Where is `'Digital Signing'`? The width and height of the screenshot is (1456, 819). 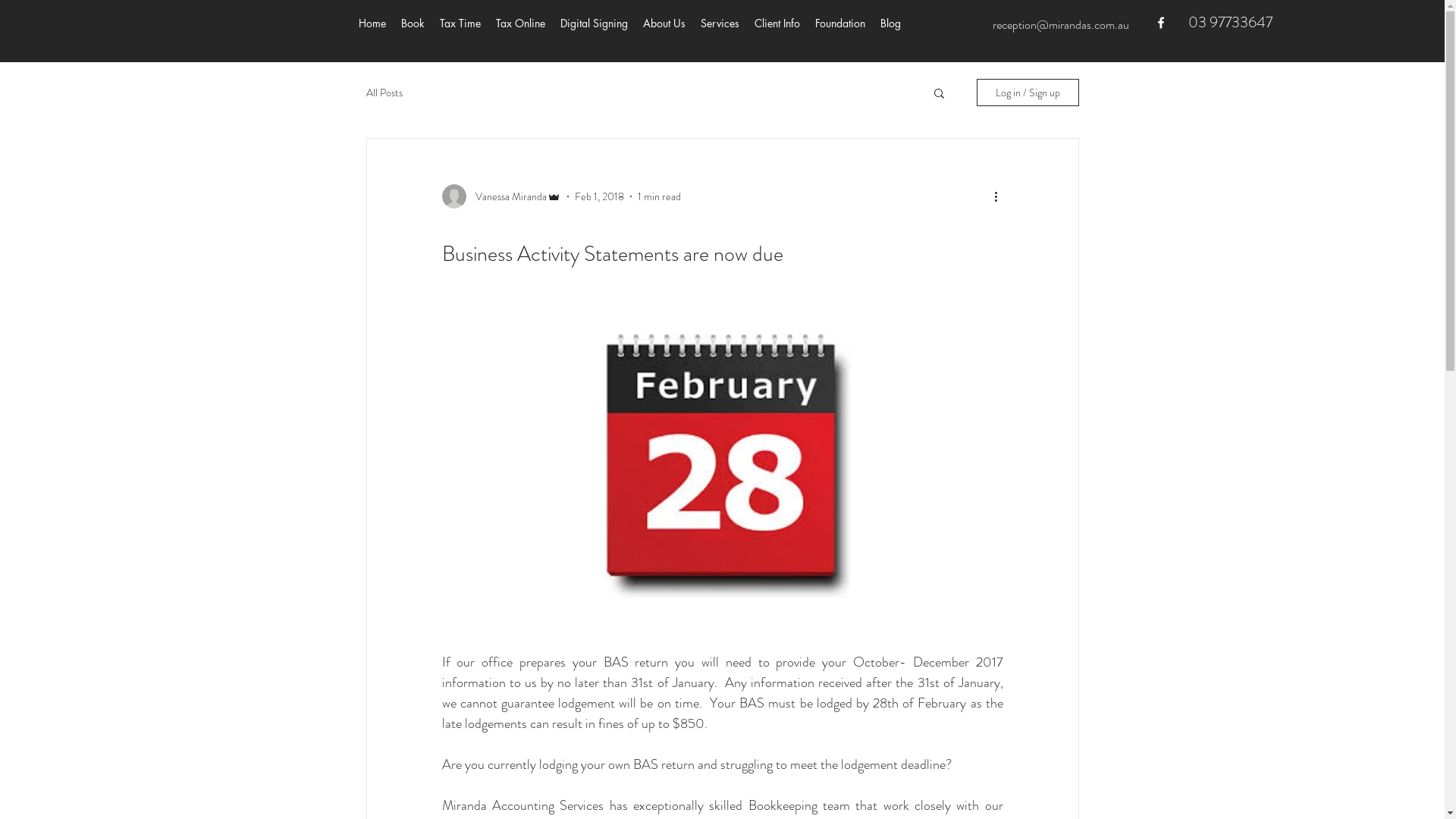 'Digital Signing' is located at coordinates (592, 23).